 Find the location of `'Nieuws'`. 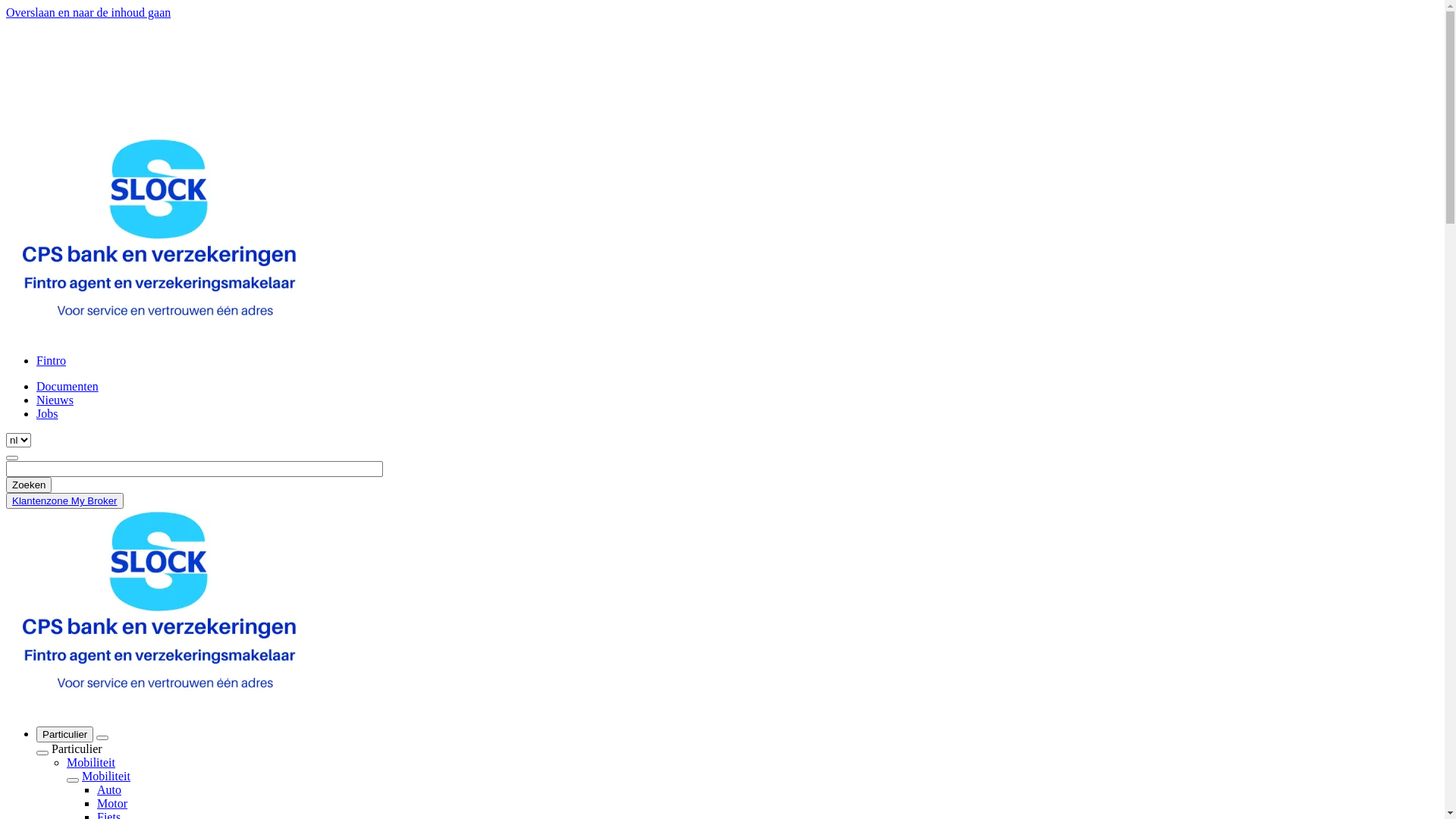

'Nieuws' is located at coordinates (55, 399).